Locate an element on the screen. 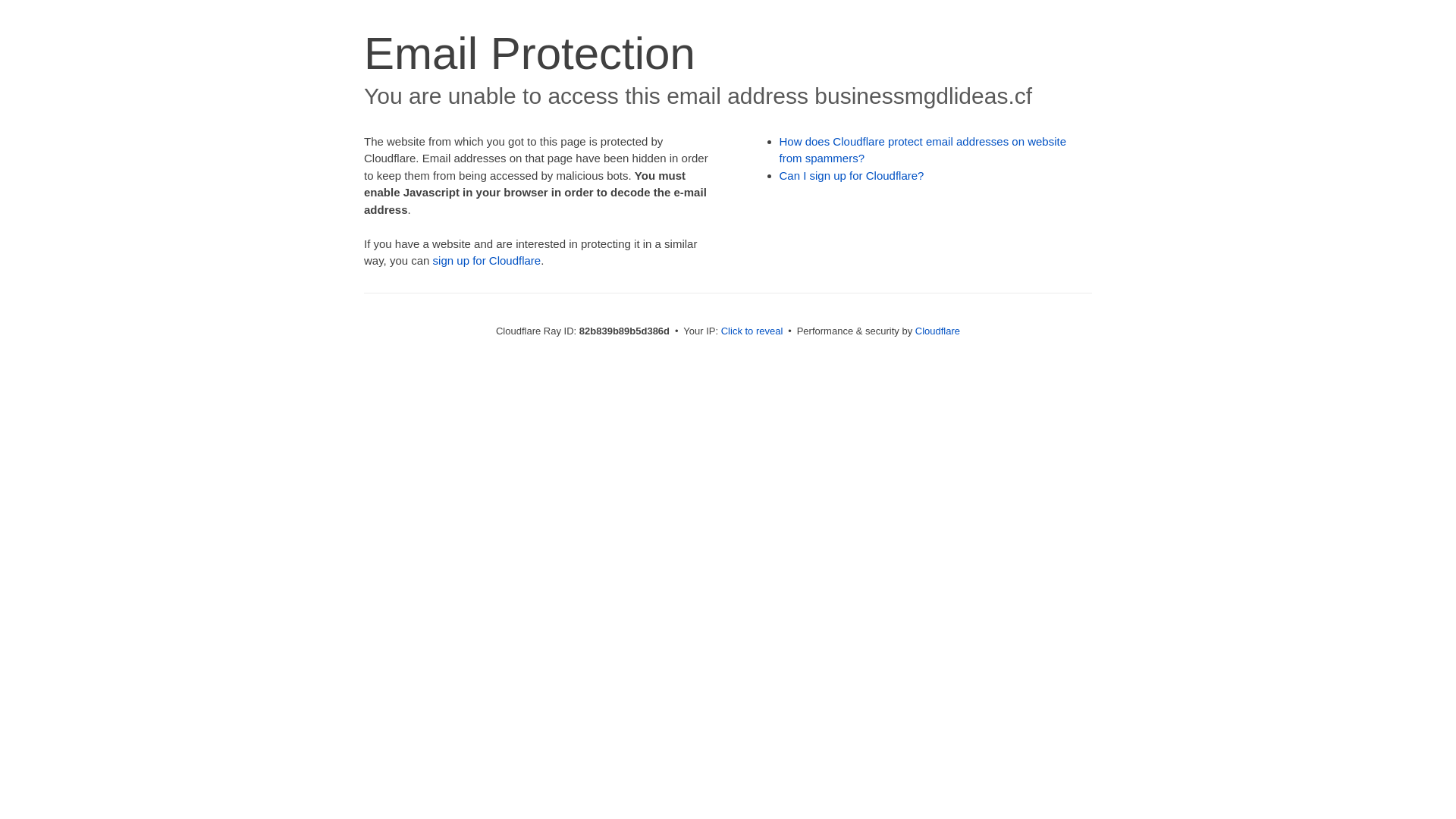 This screenshot has height=819, width=1456. 'Cloudflare' is located at coordinates (937, 330).